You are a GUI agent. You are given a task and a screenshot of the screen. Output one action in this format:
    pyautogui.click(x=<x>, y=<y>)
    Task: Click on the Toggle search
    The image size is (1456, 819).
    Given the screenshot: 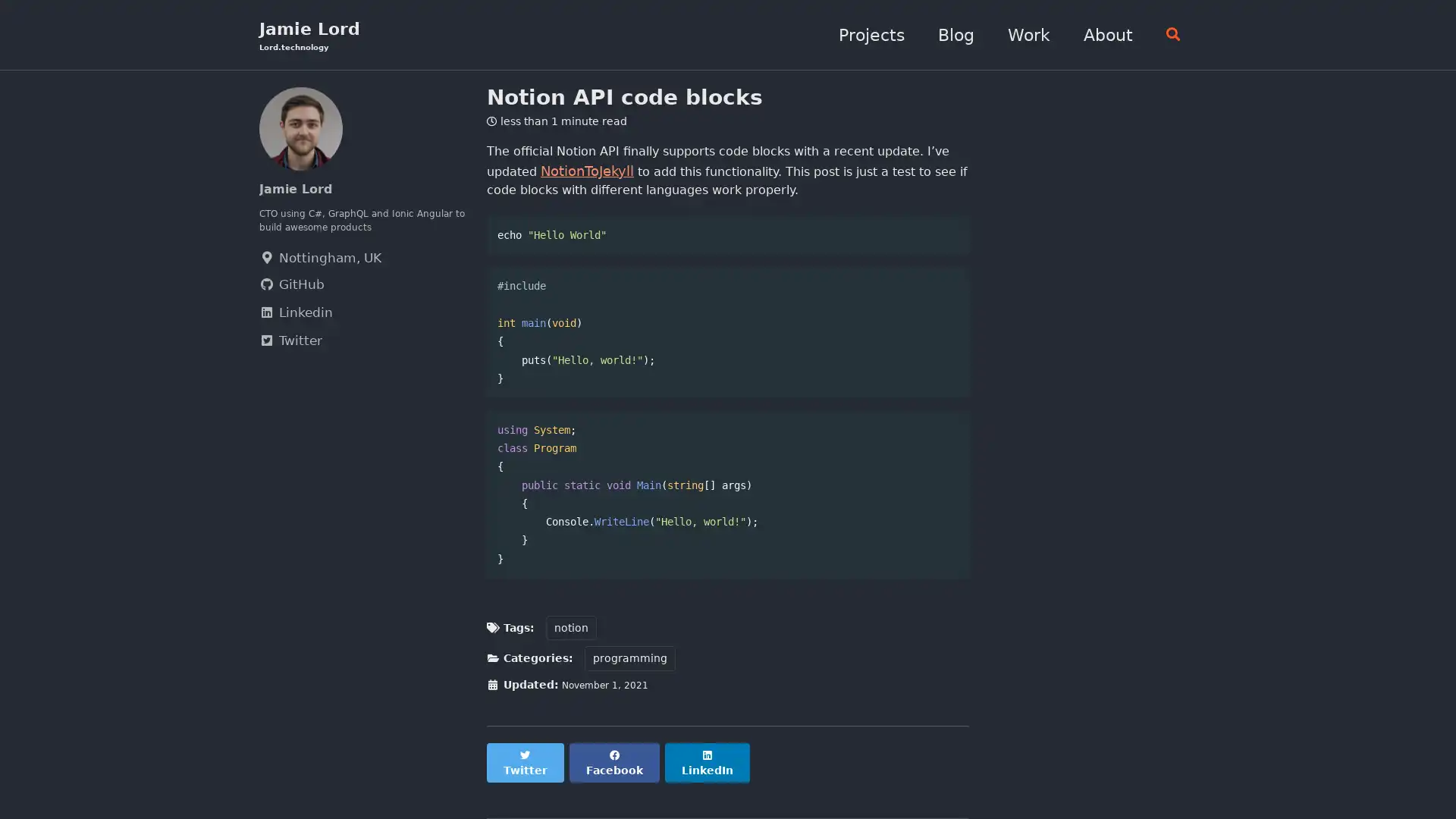 What is the action you would take?
    pyautogui.click(x=1166, y=35)
    